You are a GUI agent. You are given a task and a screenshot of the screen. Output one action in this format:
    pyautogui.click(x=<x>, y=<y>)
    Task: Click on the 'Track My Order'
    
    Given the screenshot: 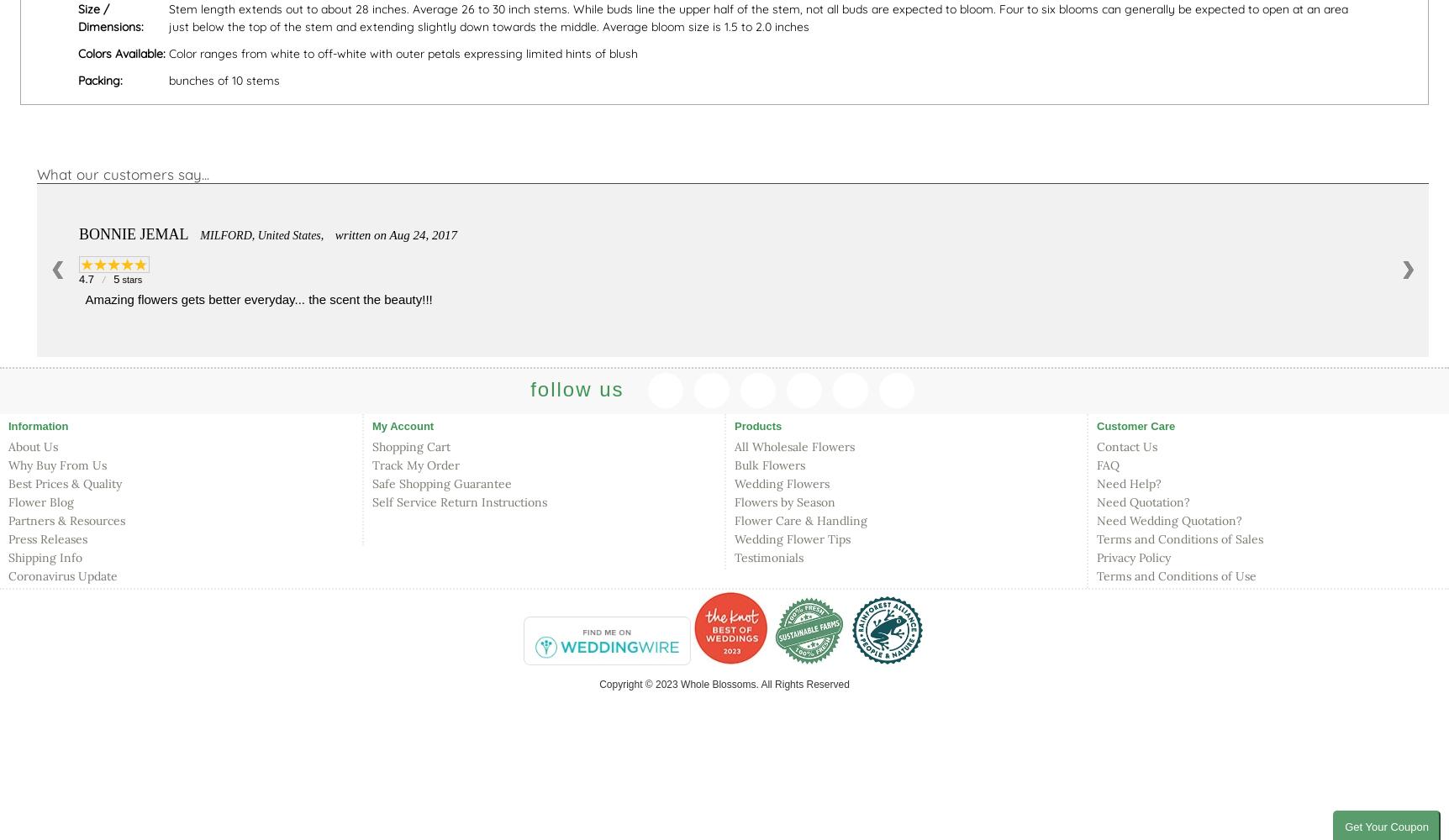 What is the action you would take?
    pyautogui.click(x=415, y=465)
    